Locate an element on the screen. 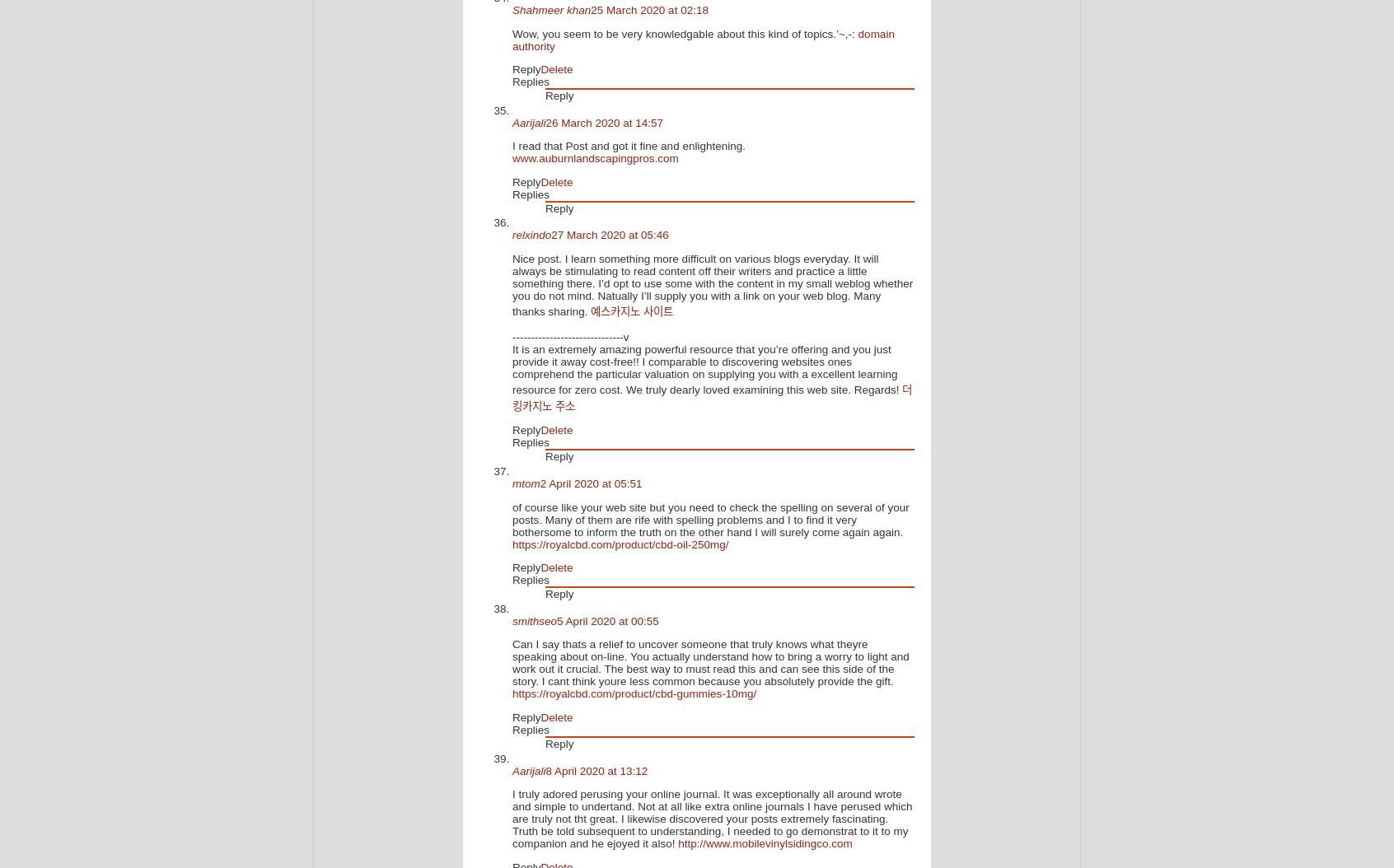 This screenshot has width=1394, height=868. '5 April 2020 at 00:55' is located at coordinates (606, 620).